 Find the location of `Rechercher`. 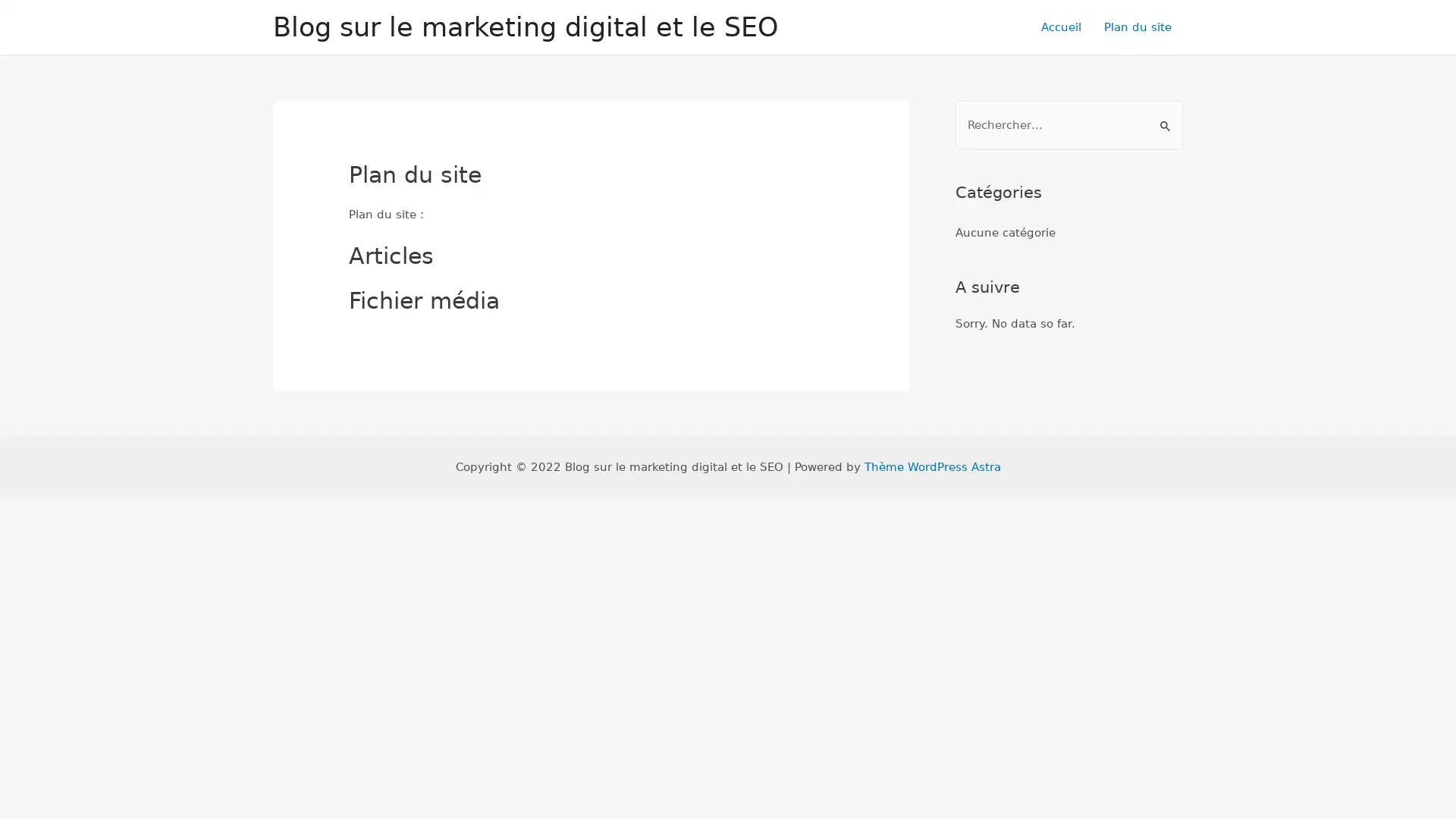

Rechercher is located at coordinates (1165, 115).